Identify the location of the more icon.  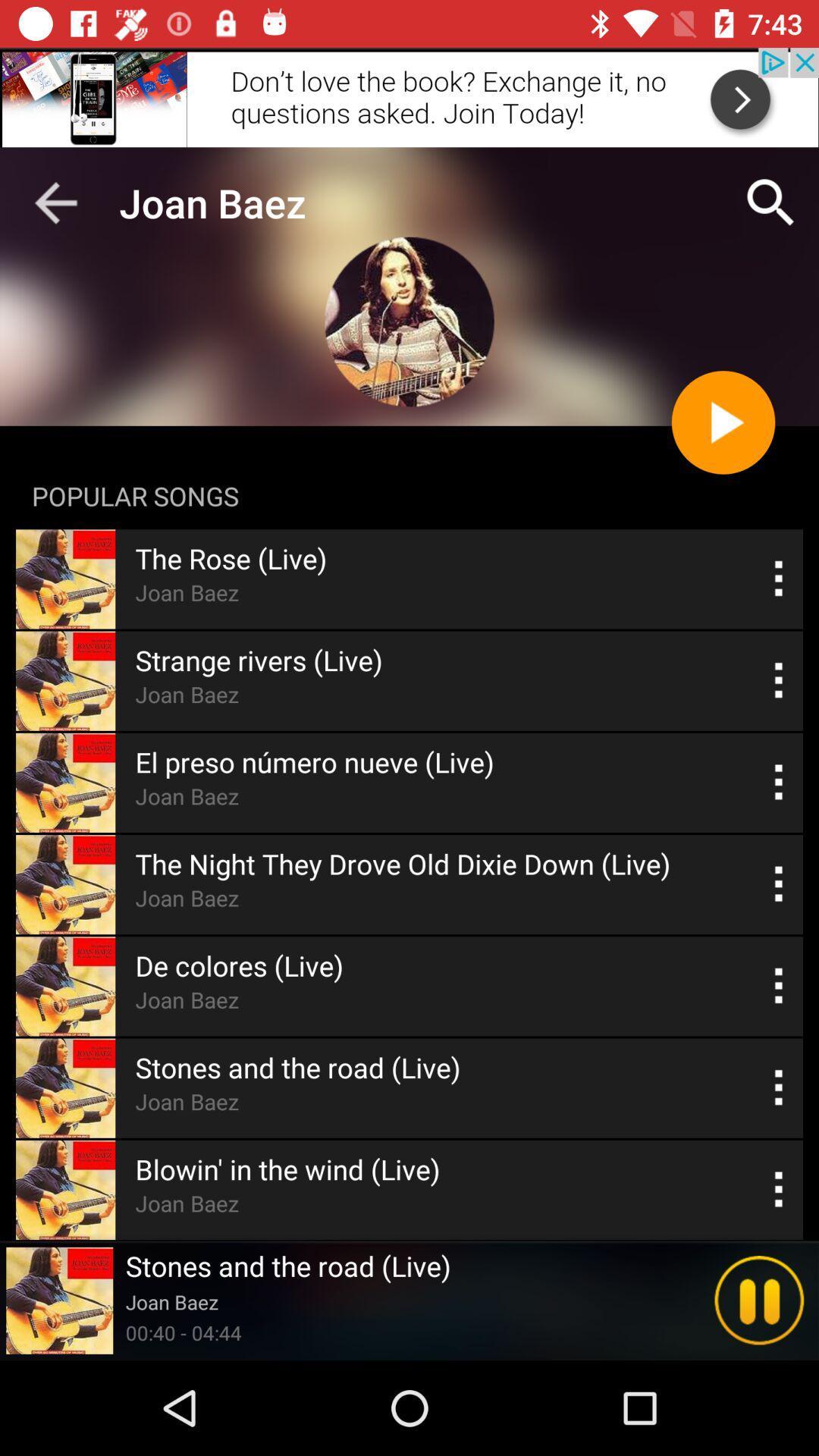
(779, 783).